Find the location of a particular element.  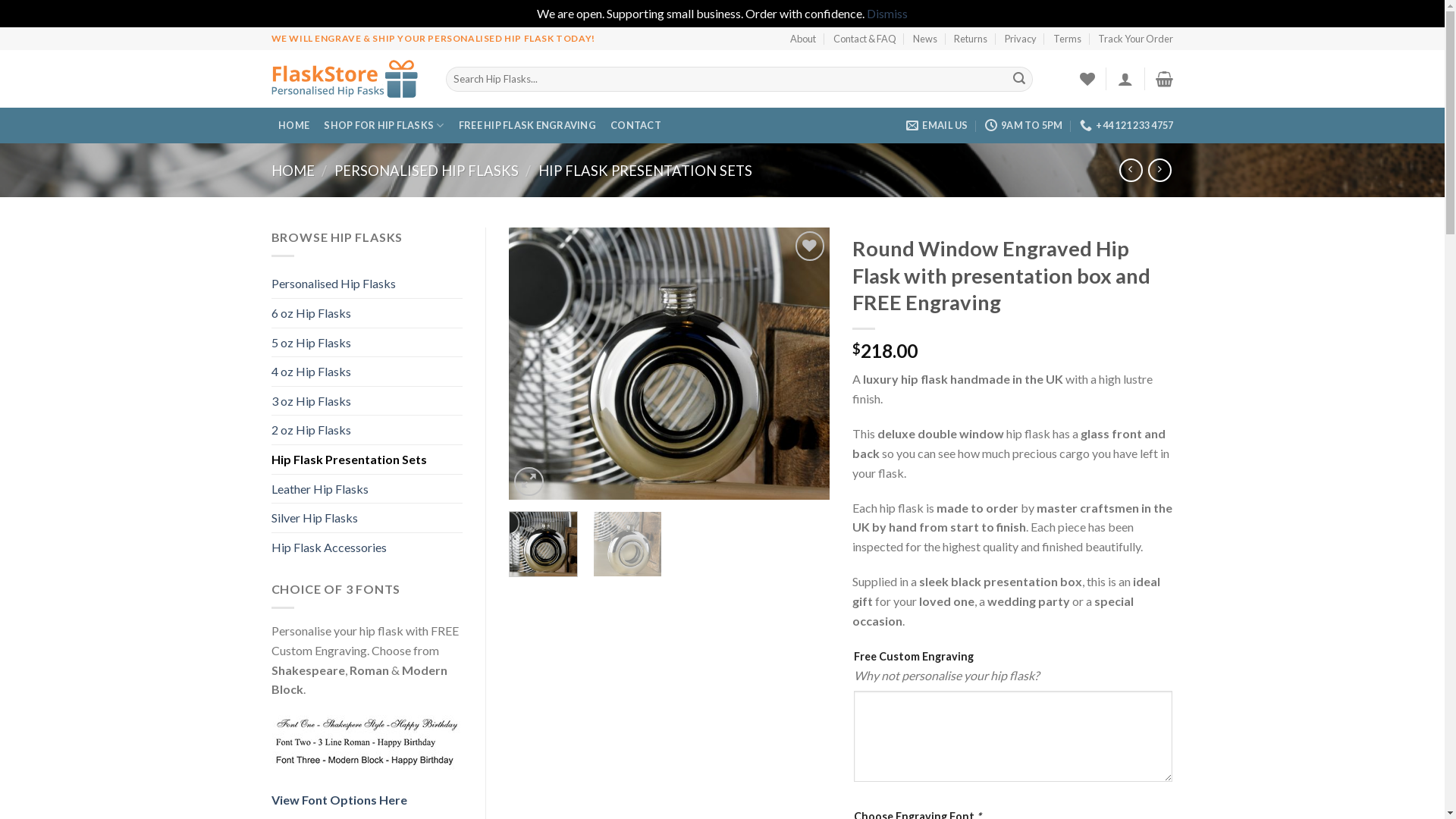

'PERSONALISED HIP FLASKS' is located at coordinates (425, 170).